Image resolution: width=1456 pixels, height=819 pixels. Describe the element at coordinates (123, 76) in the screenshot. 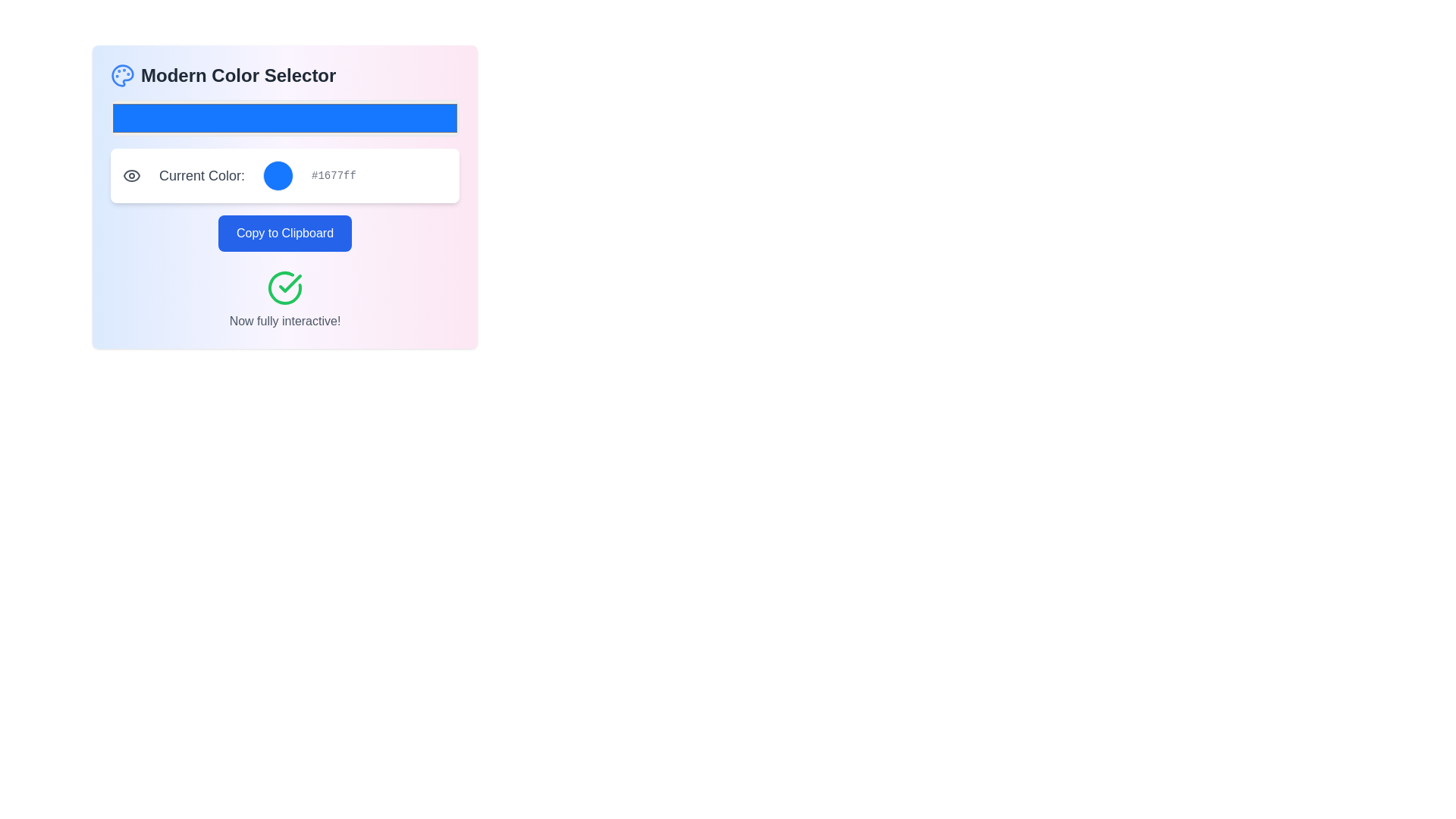

I see `the light blue palette icon with circular holes located next to the text 'Modern Color Selector' in the header section` at that location.